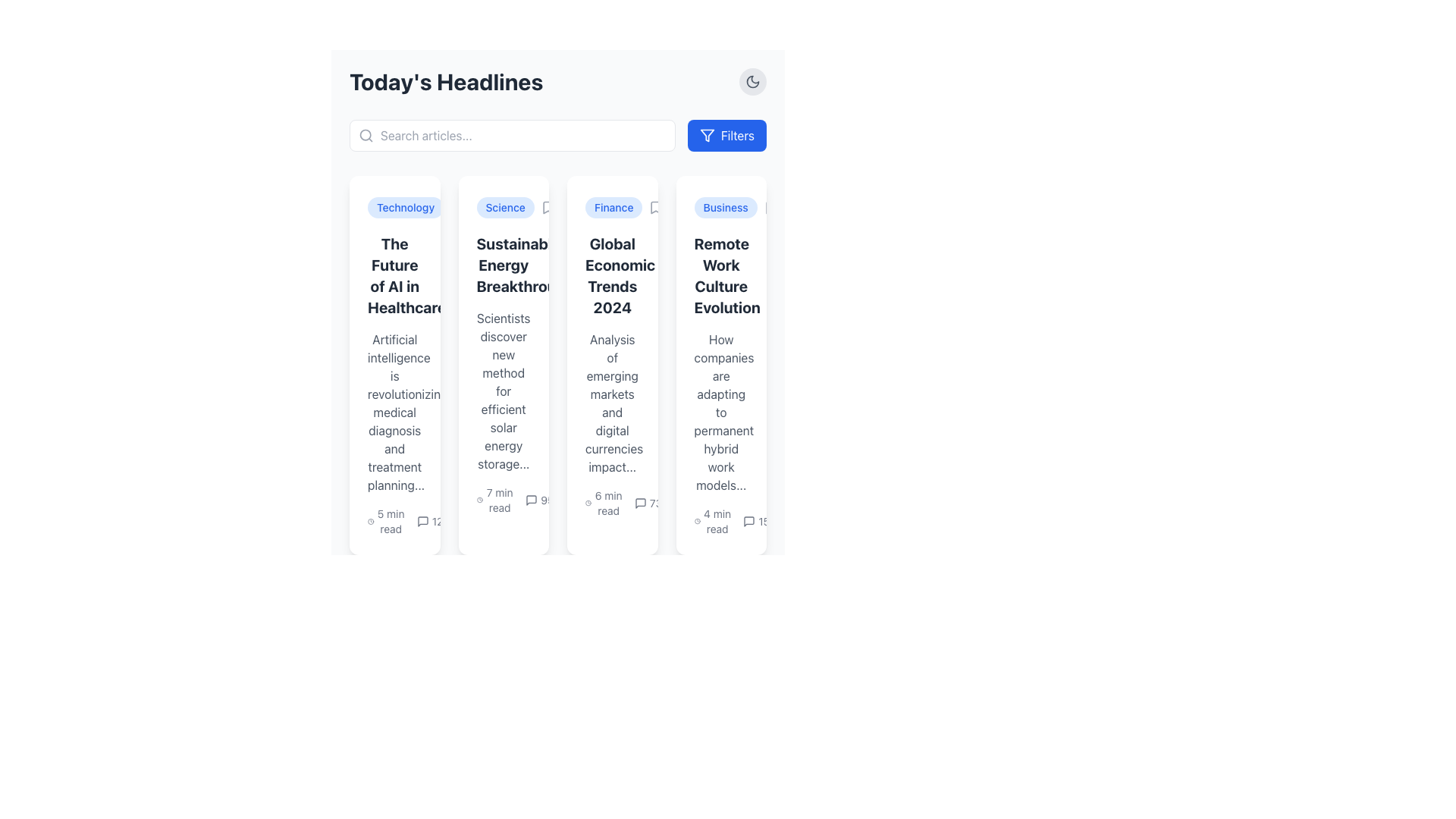 The height and width of the screenshot is (819, 1456). I want to click on the Category label at the top of the 'Remote Work Culture Evolution' content block, which indicates the article's category or topic, so click(720, 207).